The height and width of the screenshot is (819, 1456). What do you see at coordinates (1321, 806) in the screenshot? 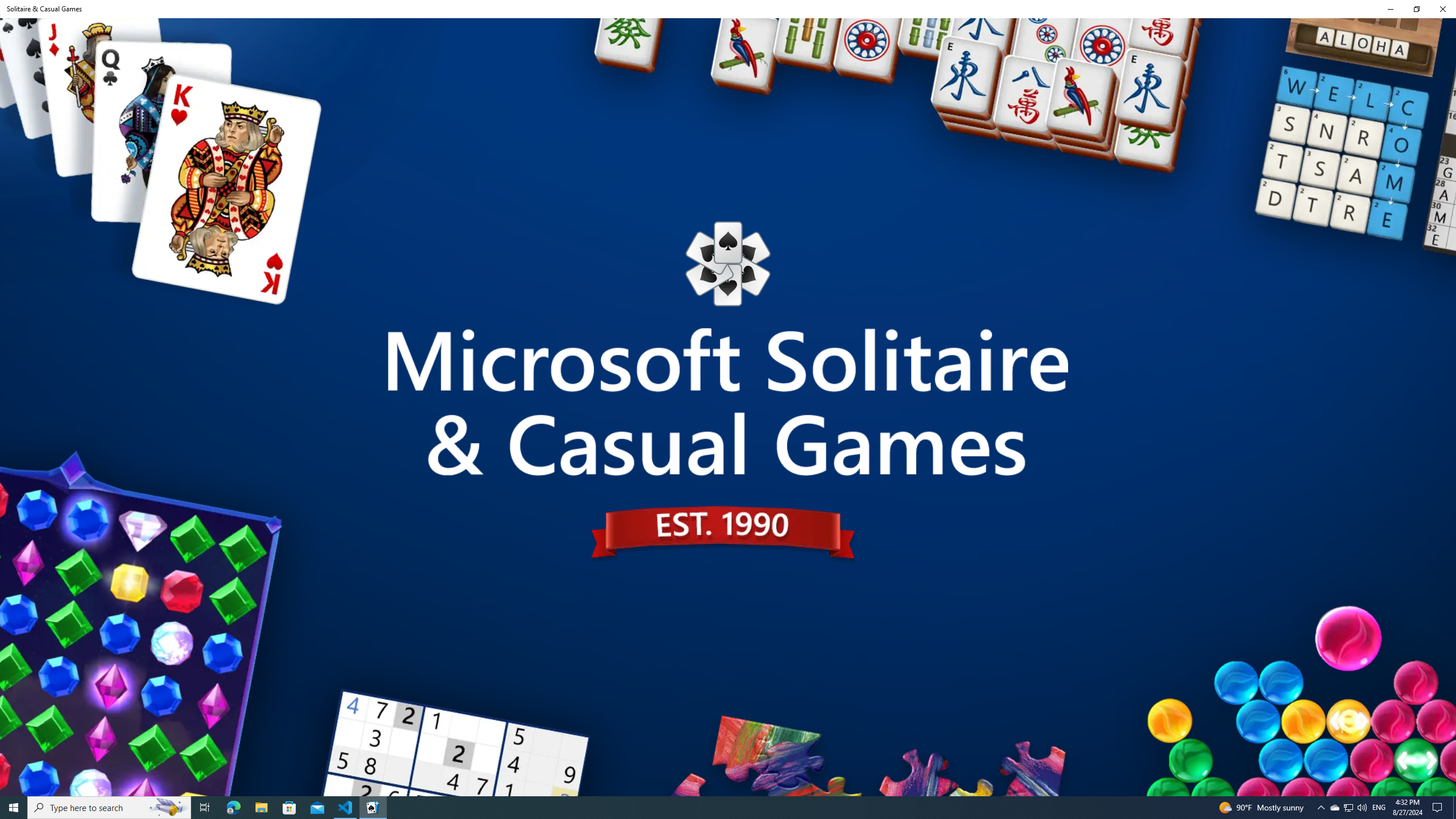
I see `'Notification Chevron'` at bounding box center [1321, 806].